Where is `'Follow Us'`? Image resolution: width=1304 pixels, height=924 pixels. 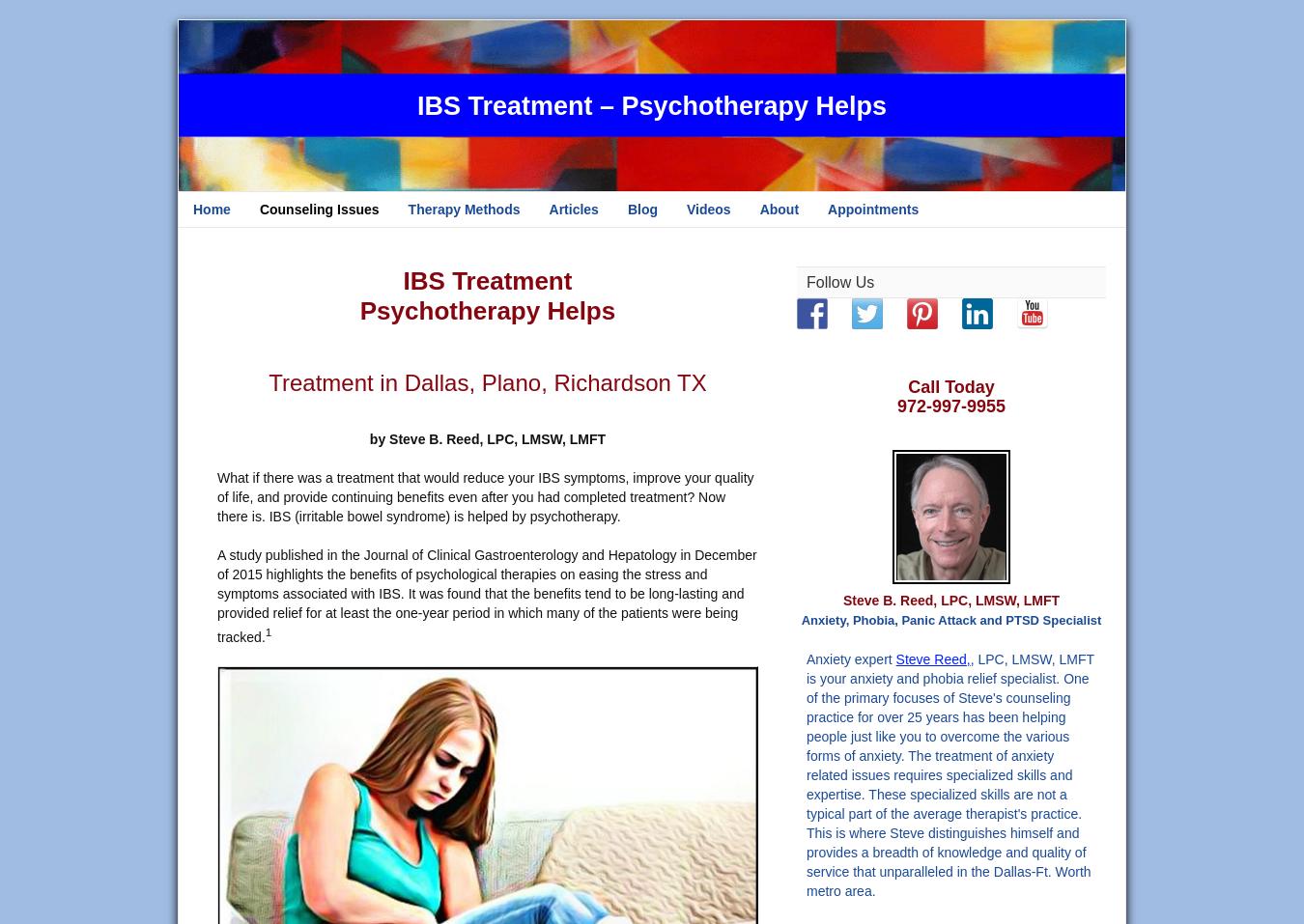
'Follow Us' is located at coordinates (839, 282).